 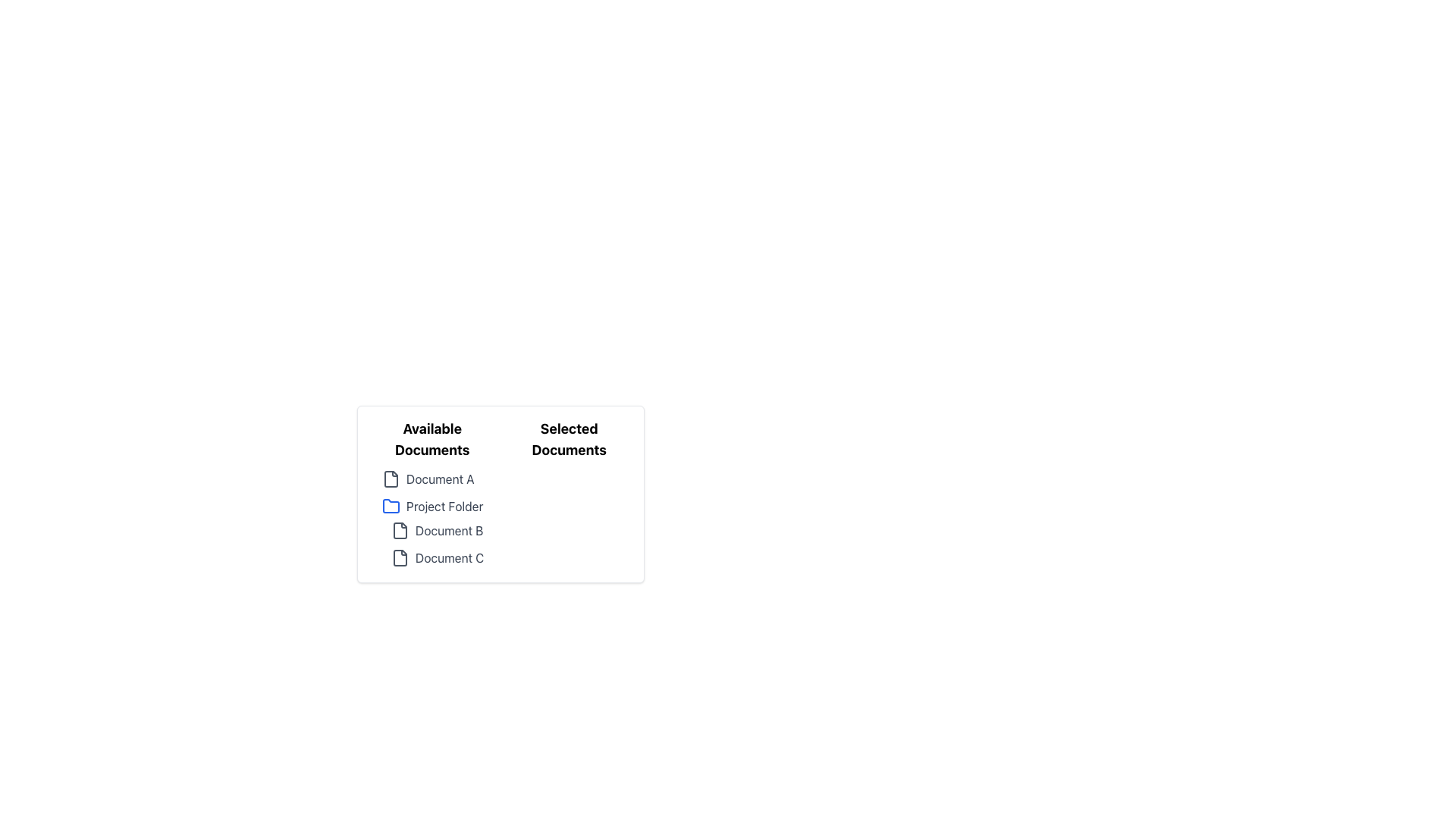 What do you see at coordinates (431, 439) in the screenshot?
I see `the Text label that defines the section for document selection, located at the top of the document-related information section` at bounding box center [431, 439].